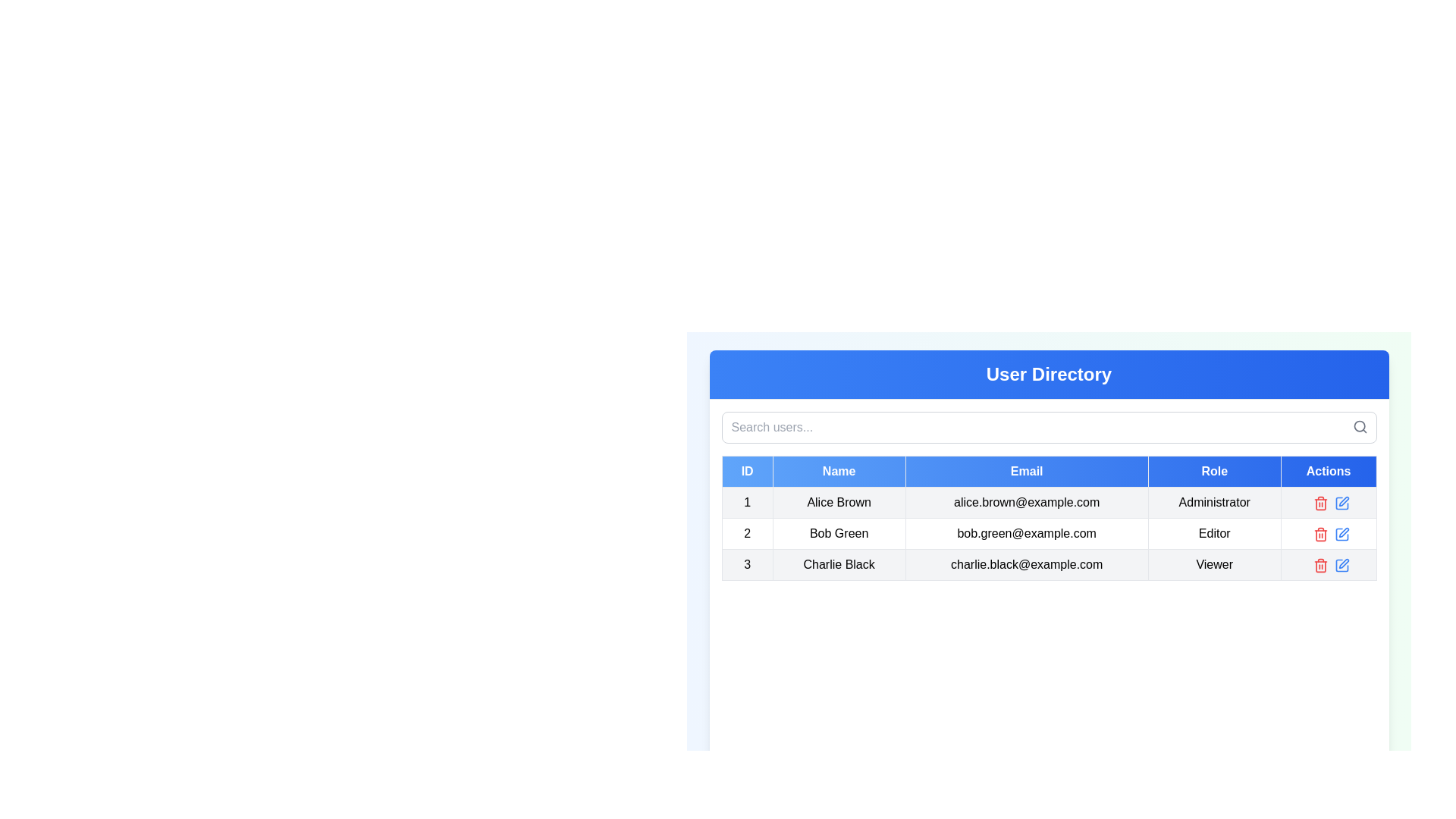 The height and width of the screenshot is (819, 1456). I want to click on the text label displaying the numerical identifier for Charlie Black in the user directory table, located in the first cell under the 'ID' column, so click(747, 564).